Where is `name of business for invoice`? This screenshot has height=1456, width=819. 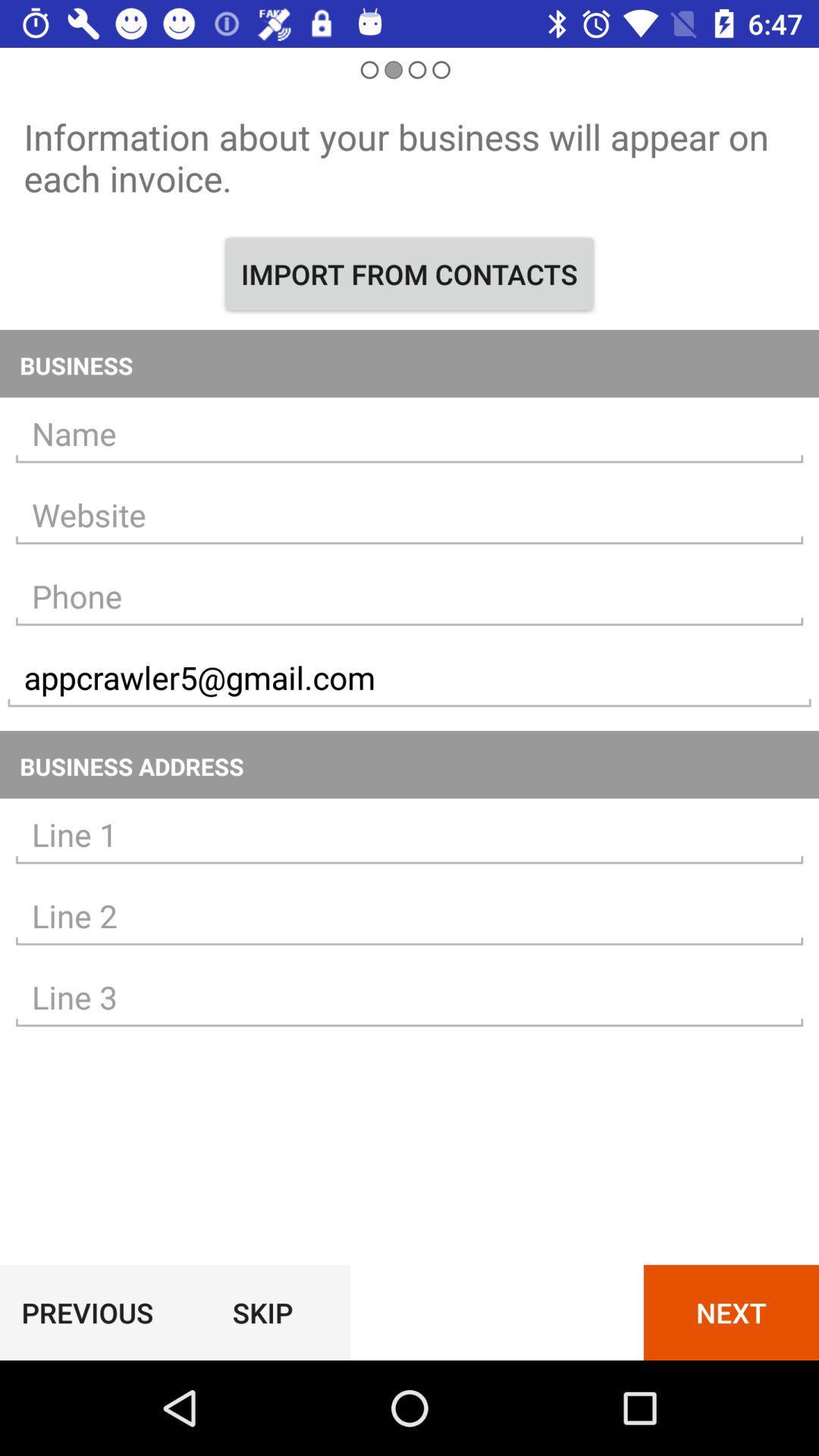 name of business for invoice is located at coordinates (409, 433).